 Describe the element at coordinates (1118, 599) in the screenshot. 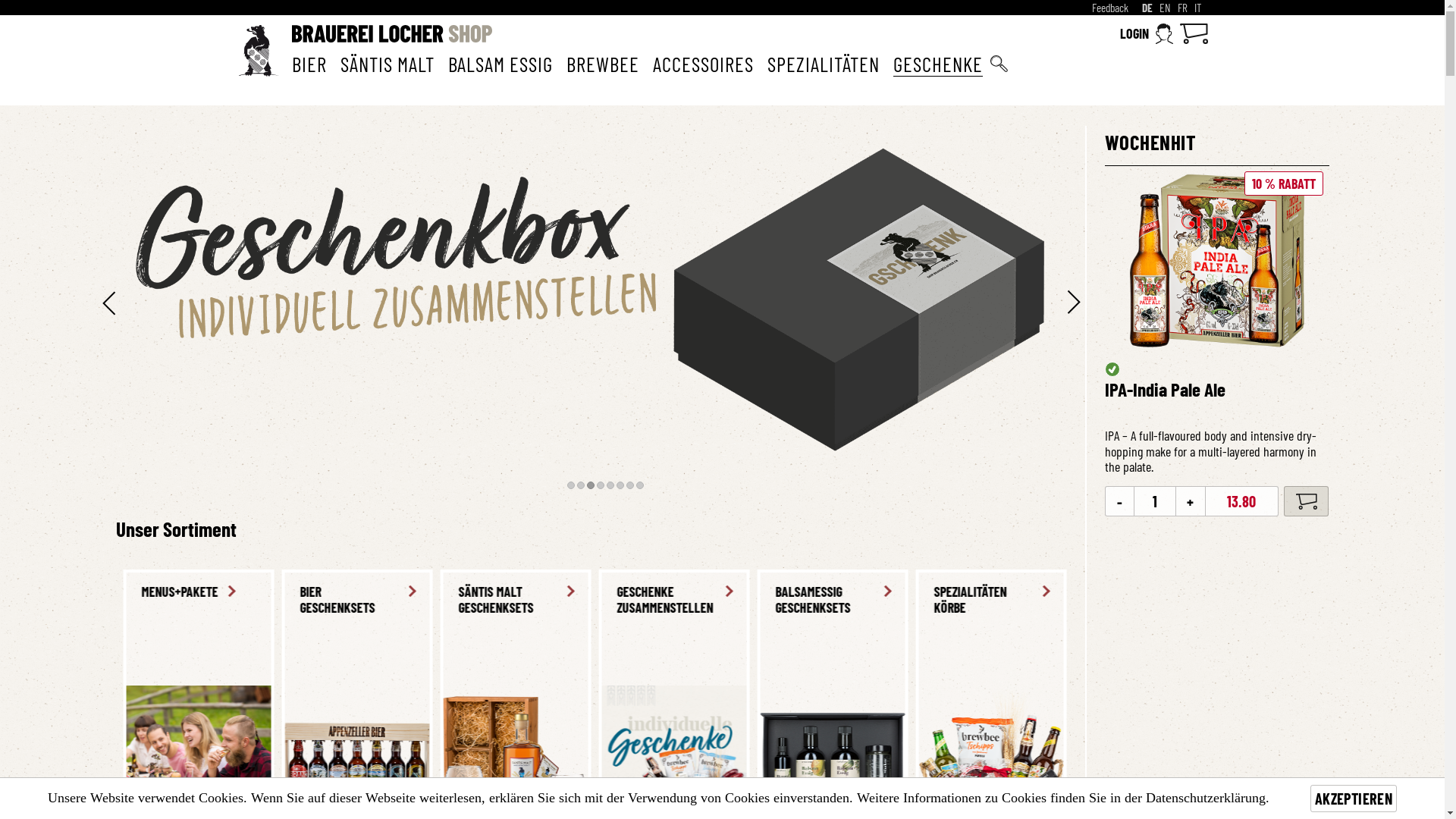

I see `'BIER GESCHENKSETS'` at that location.